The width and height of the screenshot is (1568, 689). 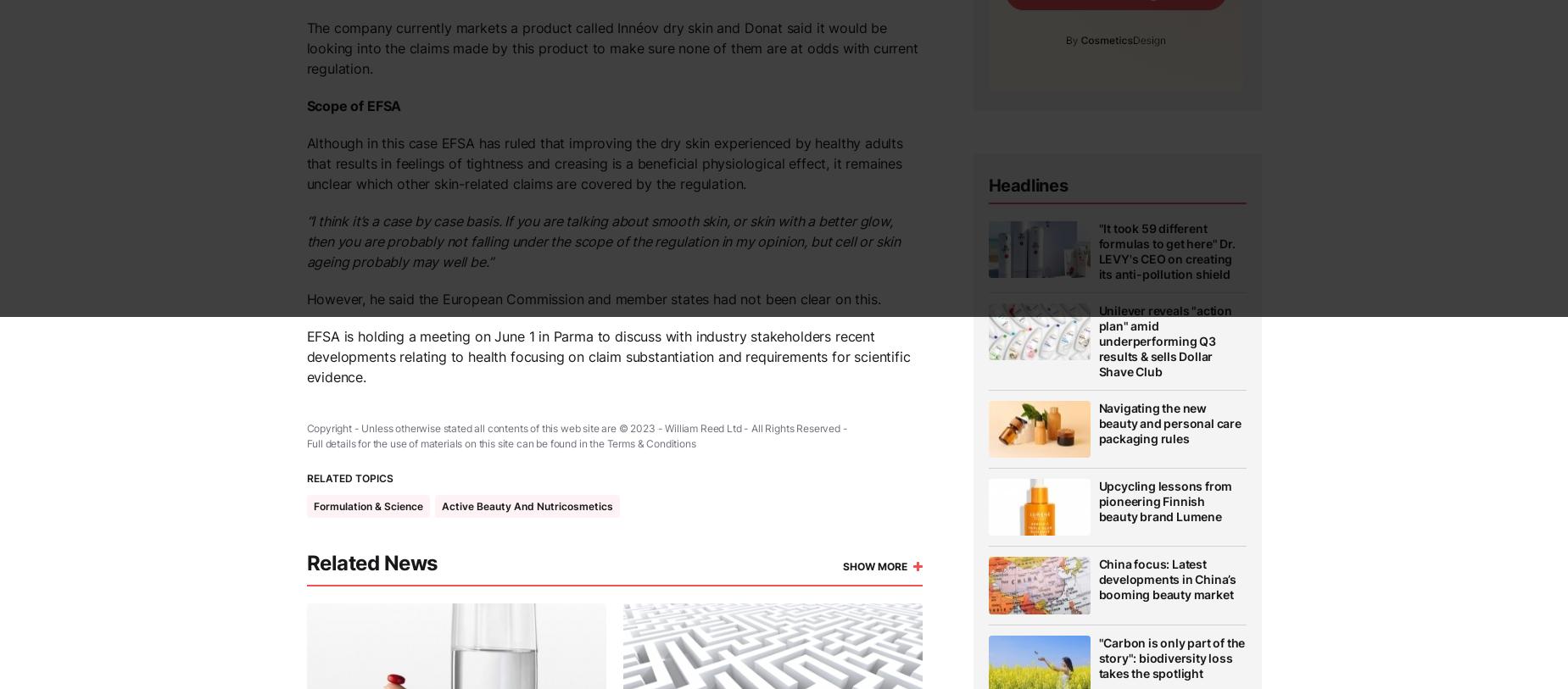 I want to click on 'The company currently markets a product called Innéov dry skin and Donat said it would be looking into the claims made by this product to make sure none of them are at odds with current regulation.', so click(x=611, y=47).